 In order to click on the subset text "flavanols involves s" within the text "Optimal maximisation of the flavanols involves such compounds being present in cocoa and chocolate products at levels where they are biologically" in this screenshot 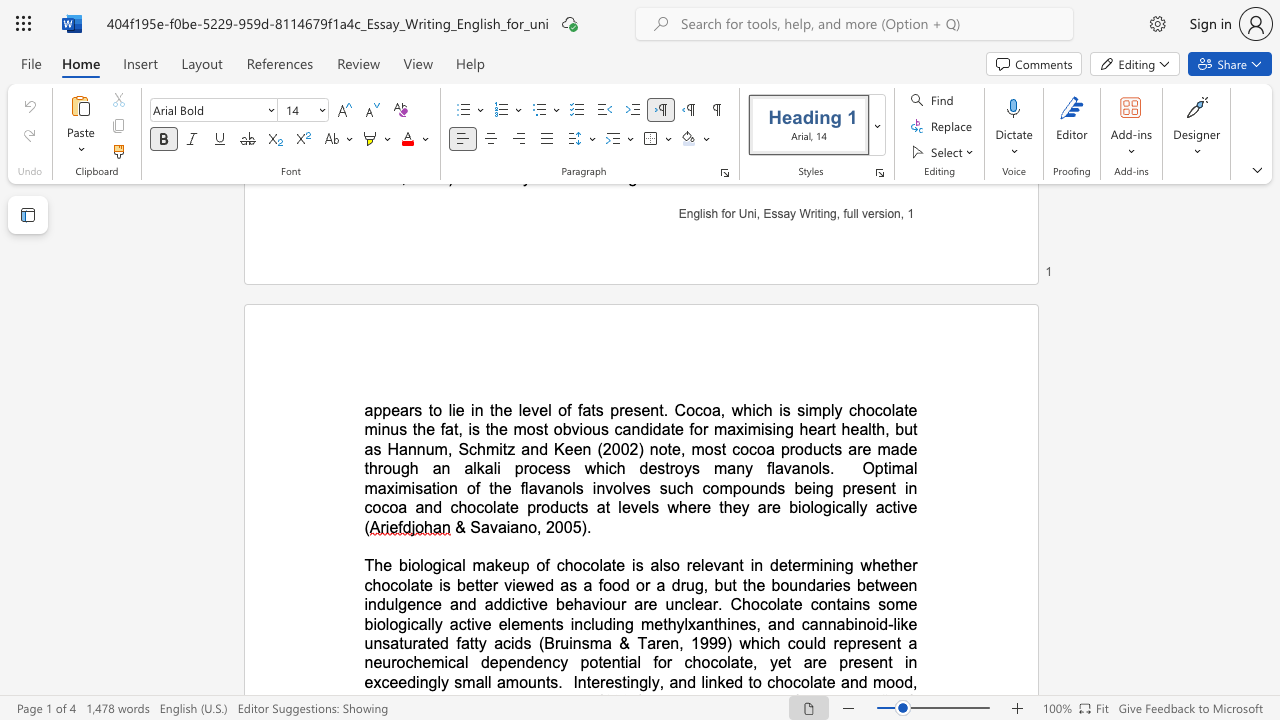, I will do `click(520, 488)`.